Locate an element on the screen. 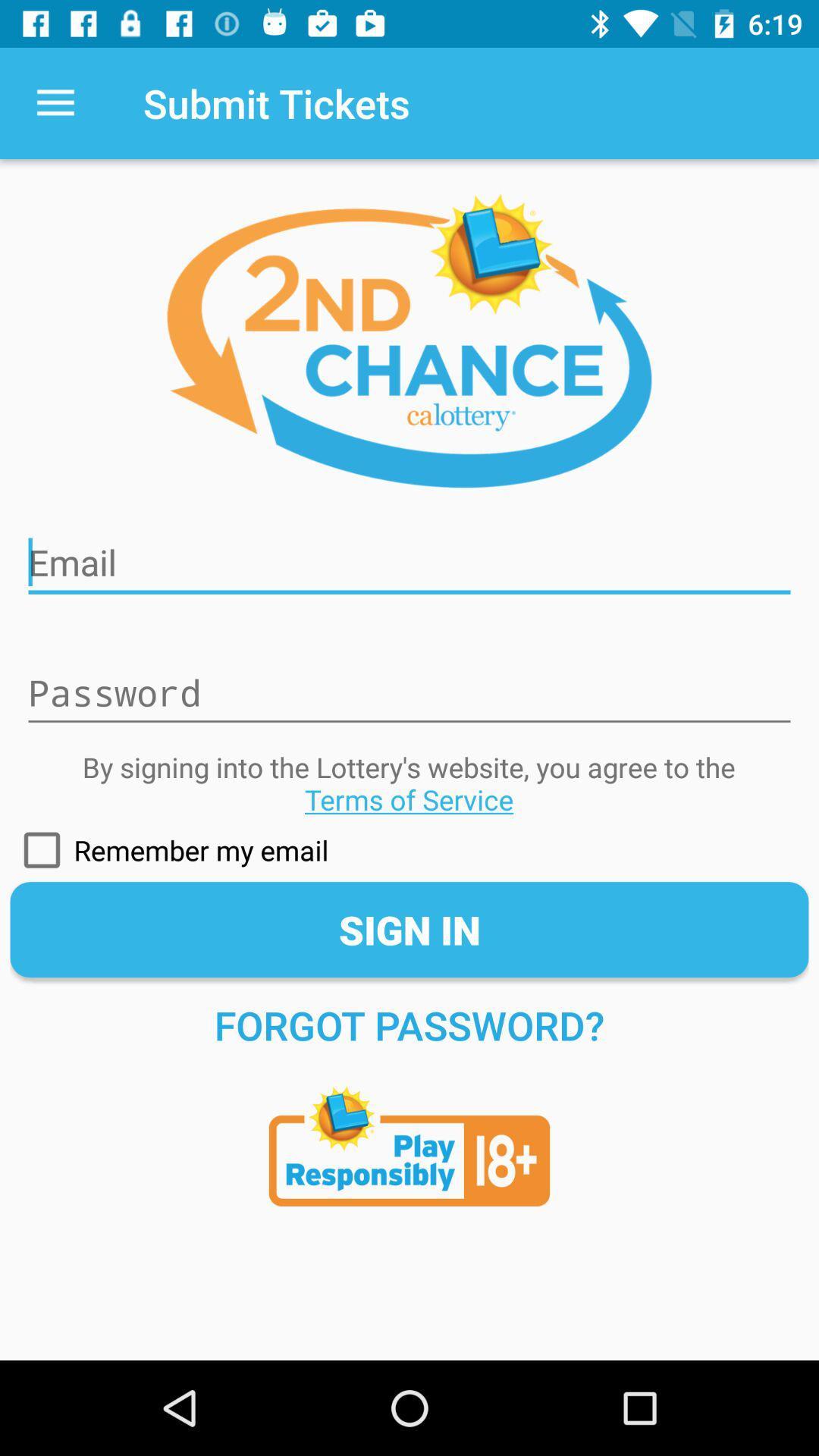  your email address is located at coordinates (409, 552).